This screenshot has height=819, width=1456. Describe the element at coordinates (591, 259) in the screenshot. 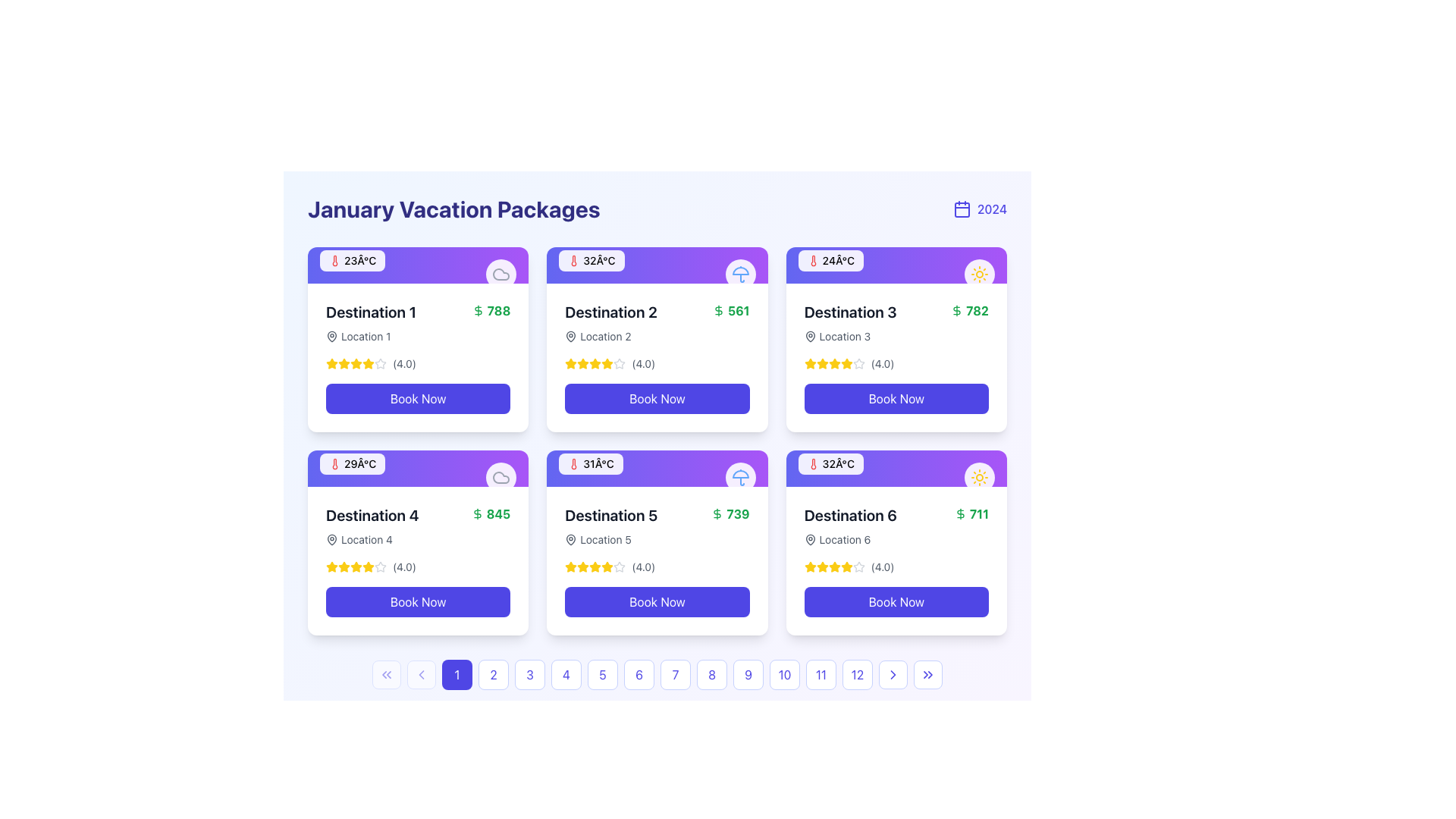

I see `the Temperature Display Widget for 'Destination 2', located in the top-left corner of the purple header area, adjacent to the umbrella icon` at that location.